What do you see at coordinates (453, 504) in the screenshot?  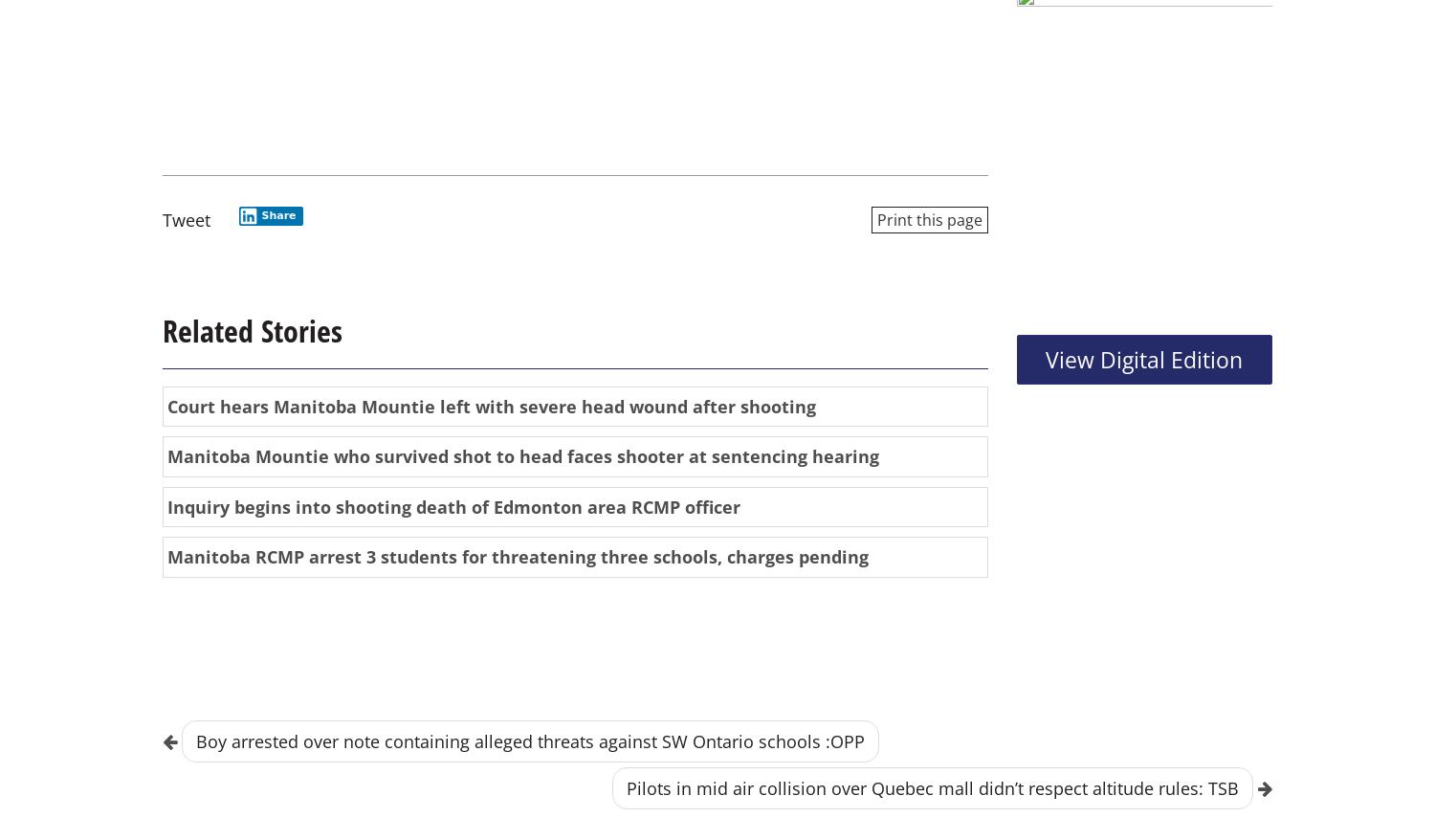 I see `'Inquiry begins into shooting death of Edmonton area RCMP officer'` at bounding box center [453, 504].